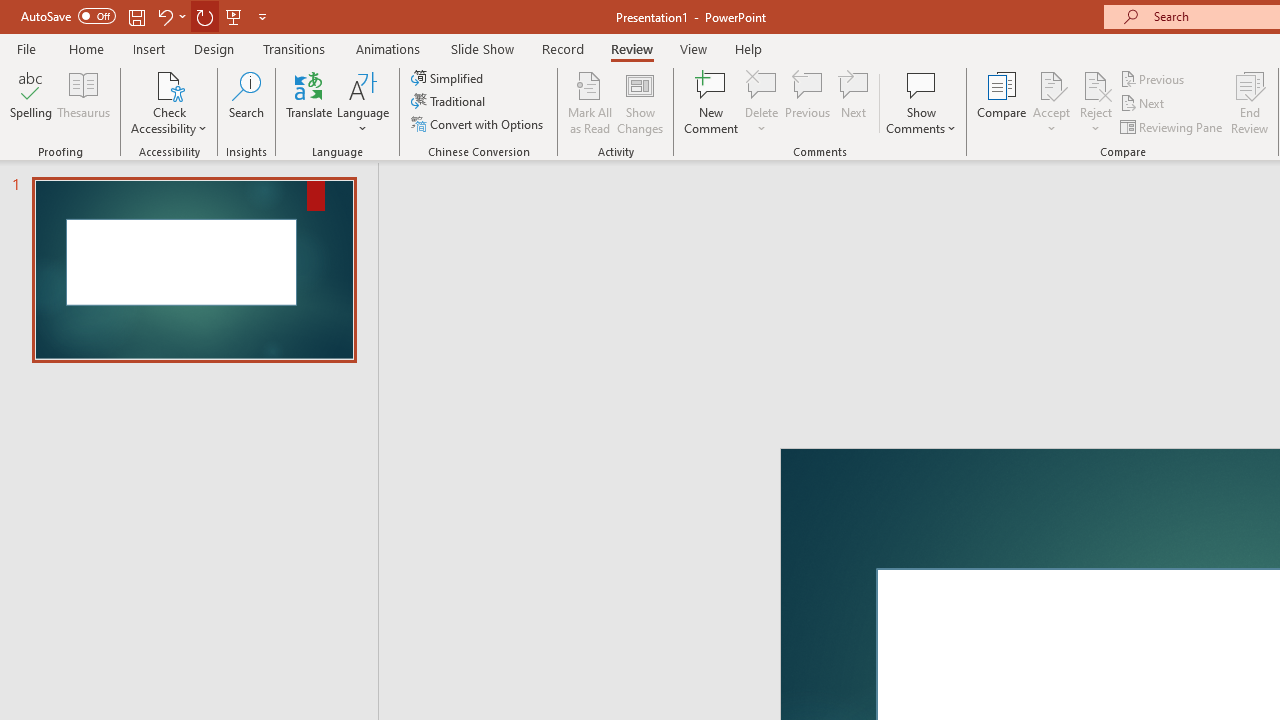 The height and width of the screenshot is (720, 1280). What do you see at coordinates (1095, 84) in the screenshot?
I see `'Reject Change'` at bounding box center [1095, 84].